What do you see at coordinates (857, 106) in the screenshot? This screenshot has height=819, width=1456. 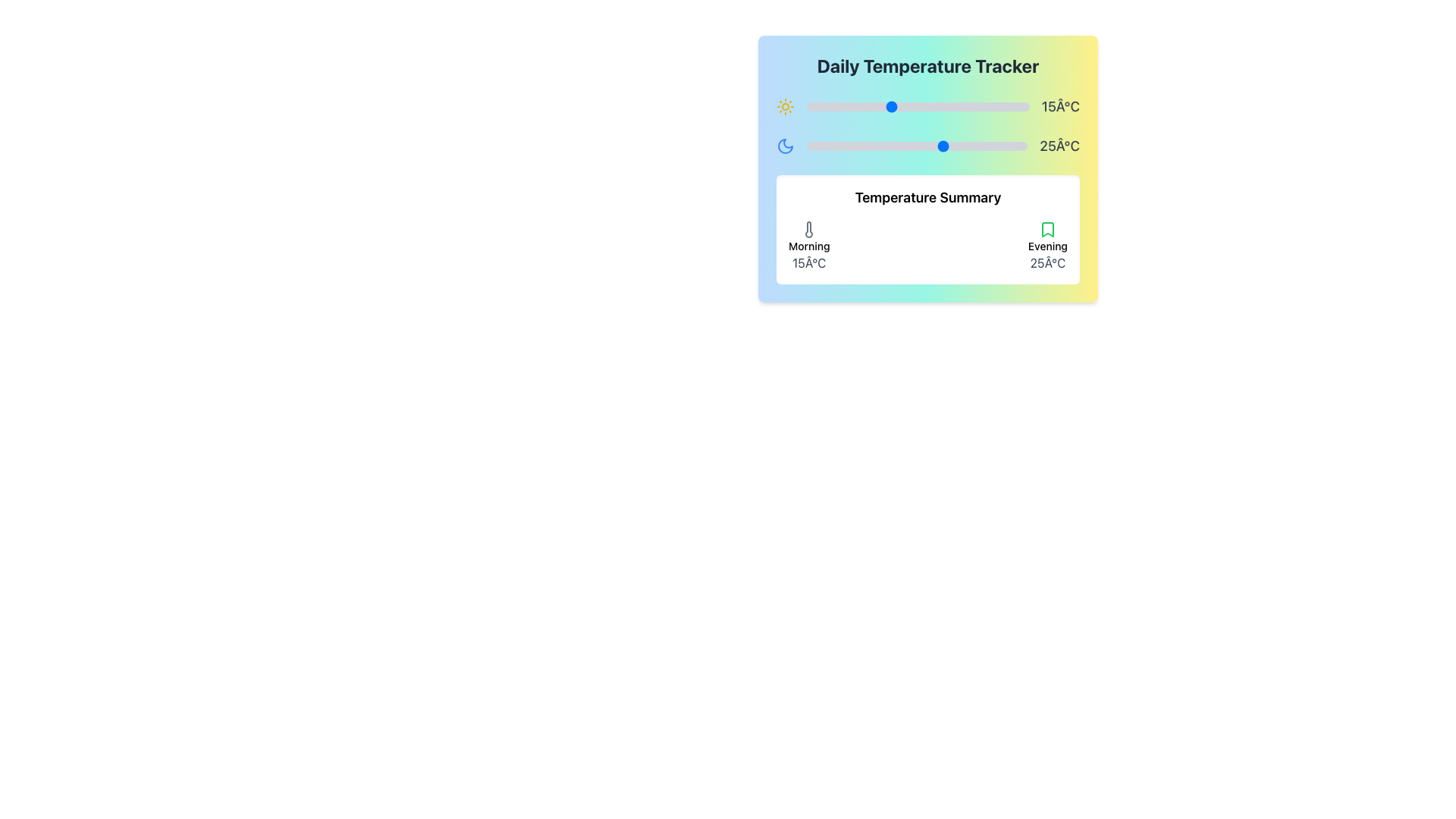 I see `the temperature slider` at bounding box center [857, 106].